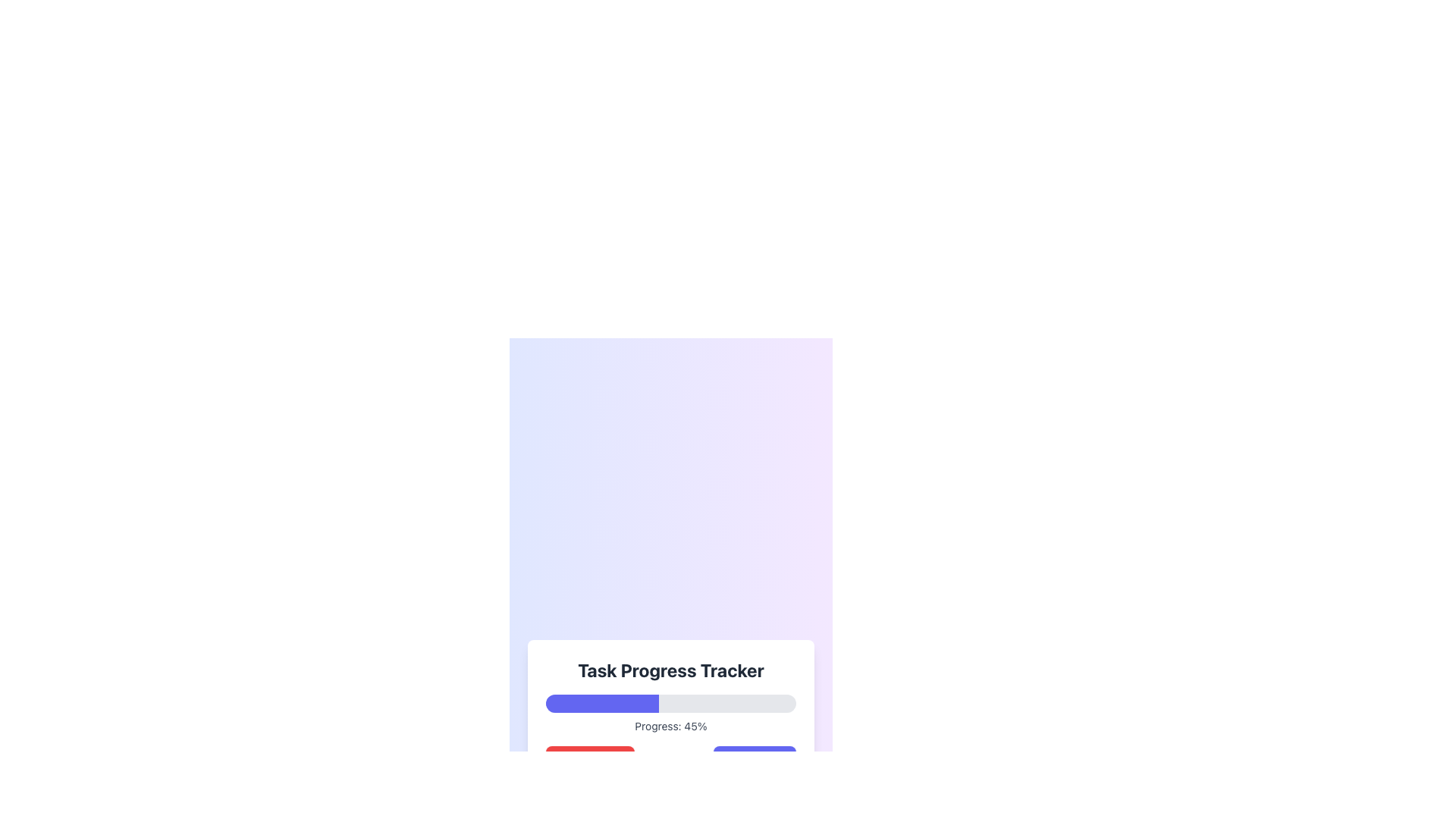 The image size is (1456, 819). What do you see at coordinates (601, 704) in the screenshot?
I see `the filled portion of the progress bar indicating 45% completion in the 'Task Progress Tracker'` at bounding box center [601, 704].